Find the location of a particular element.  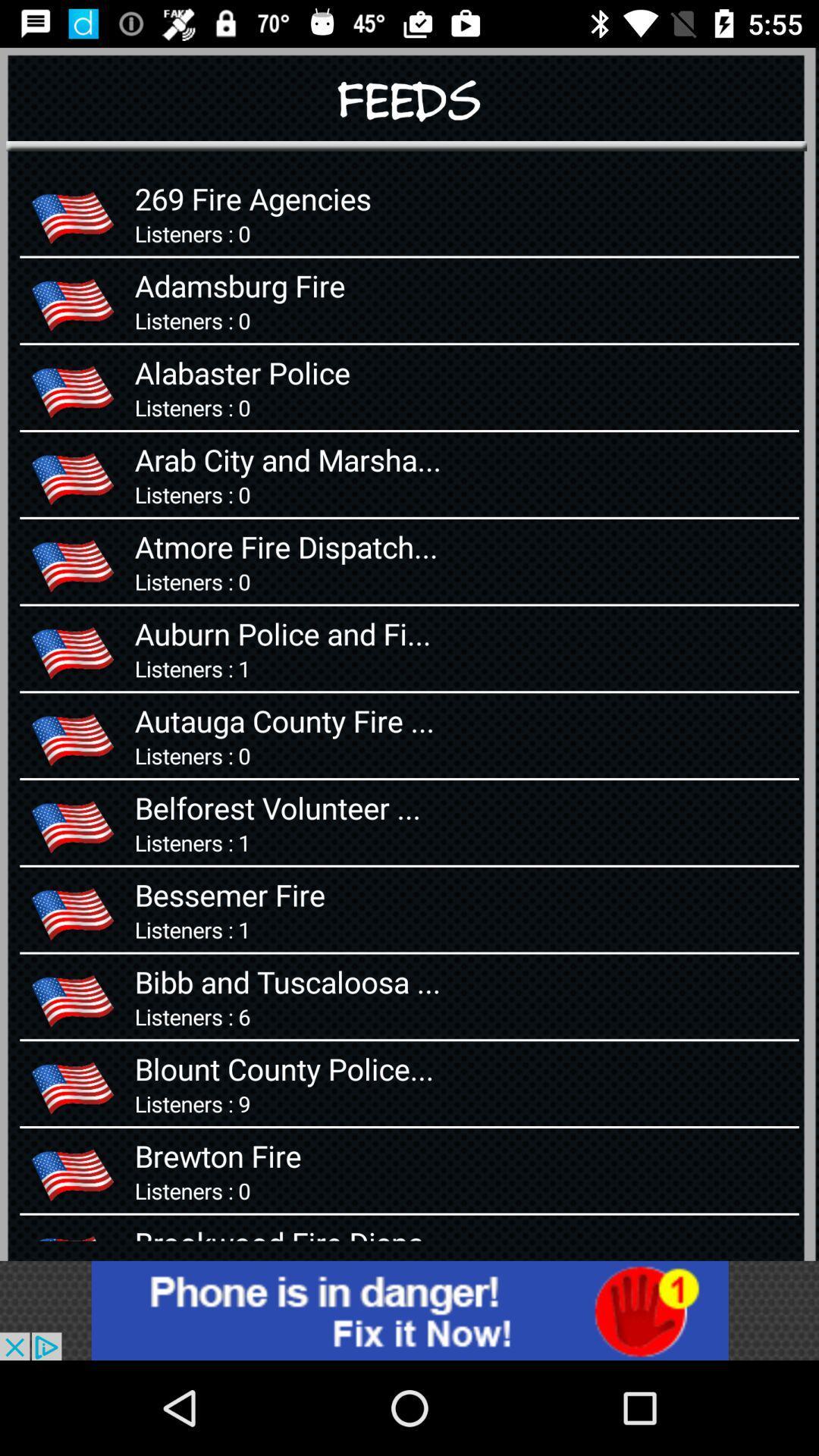

advertisement for virus scan for phone is located at coordinates (409, 1310).